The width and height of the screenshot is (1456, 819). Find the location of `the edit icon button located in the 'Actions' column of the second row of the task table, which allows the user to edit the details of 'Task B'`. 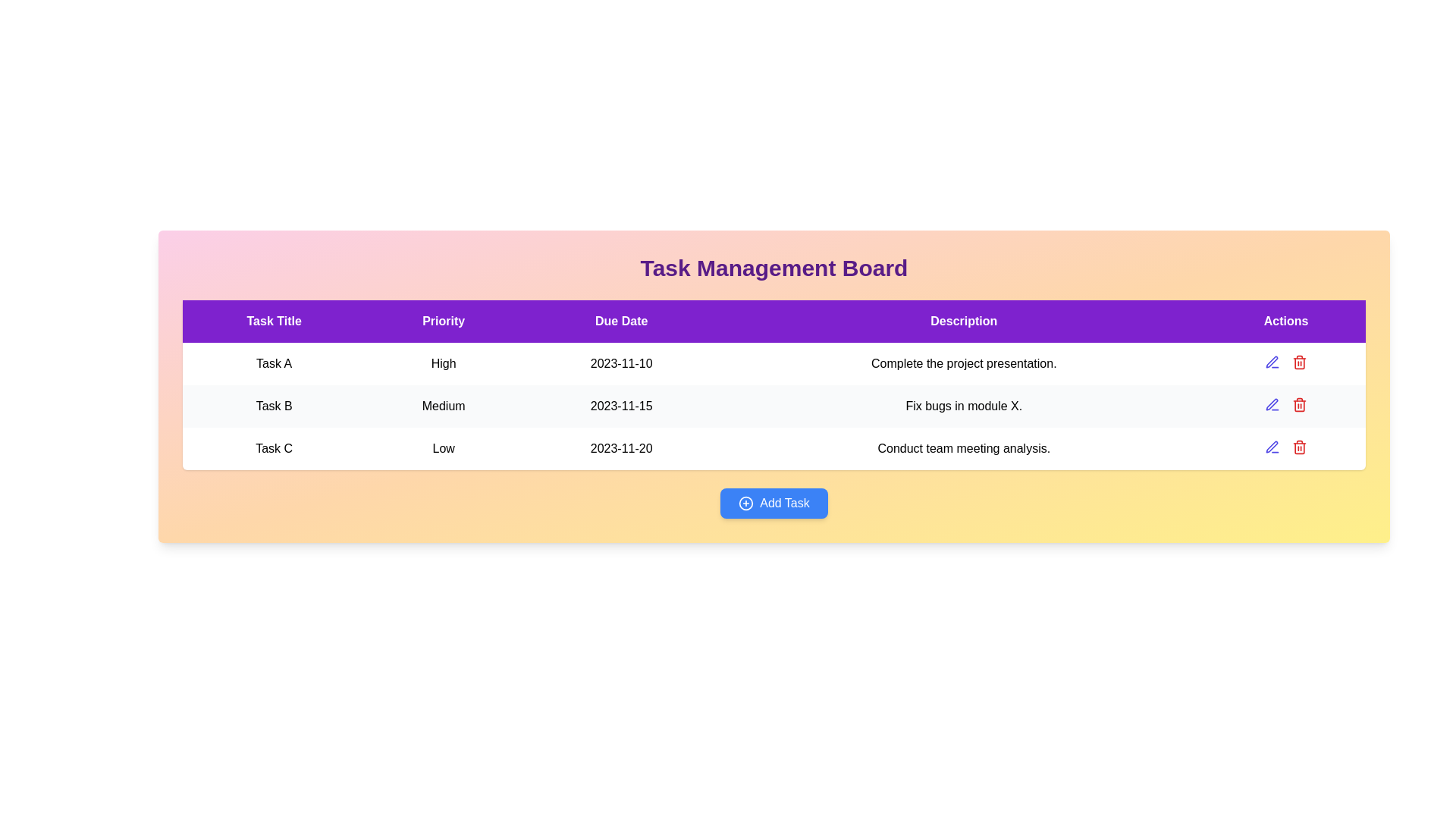

the edit icon button located in the 'Actions' column of the second row of the task table, which allows the user to edit the details of 'Task B' is located at coordinates (1272, 362).